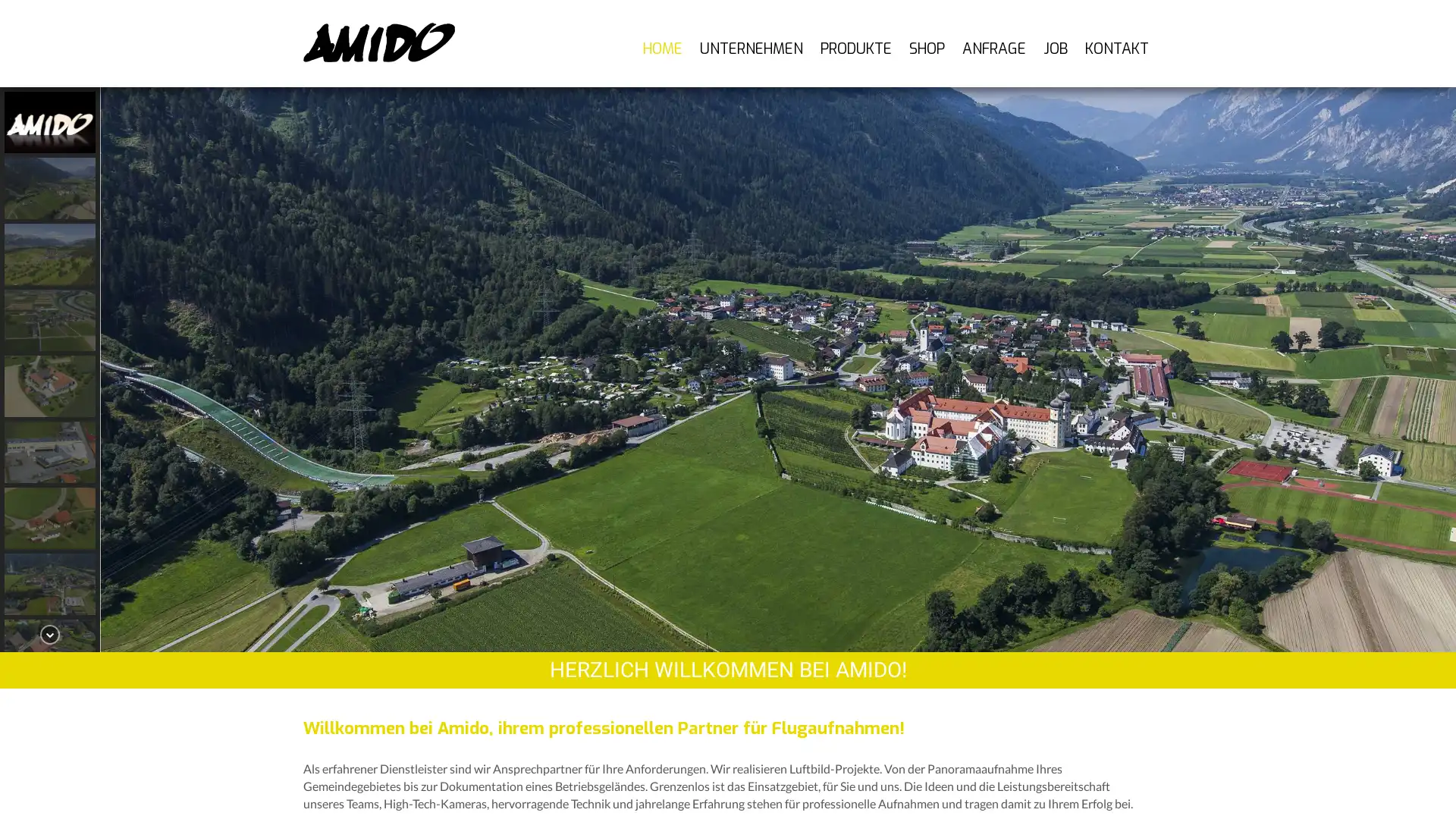  What do you see at coordinates (50, 319) in the screenshot?
I see `Thumbnail 3` at bounding box center [50, 319].